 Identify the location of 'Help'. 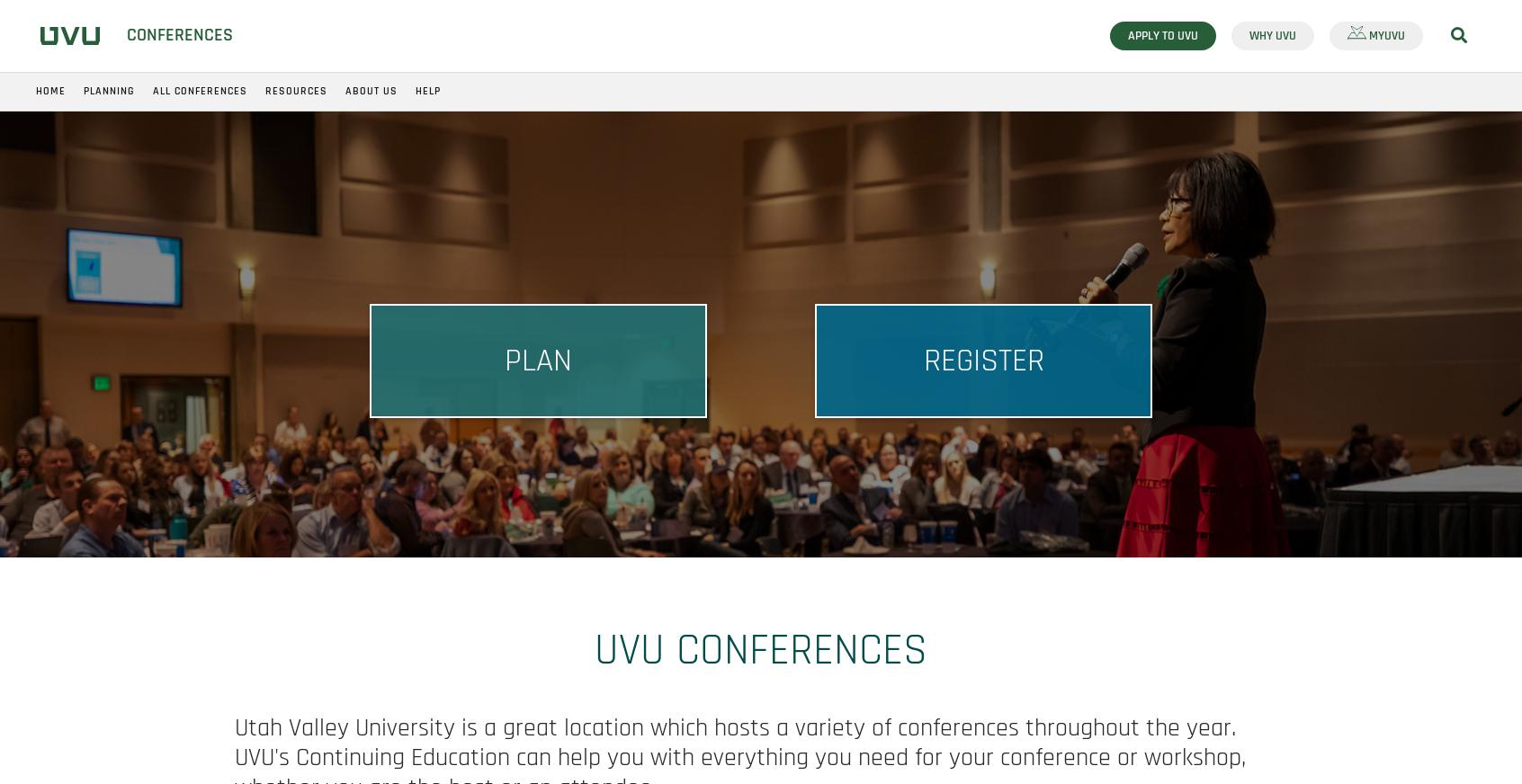
(426, 90).